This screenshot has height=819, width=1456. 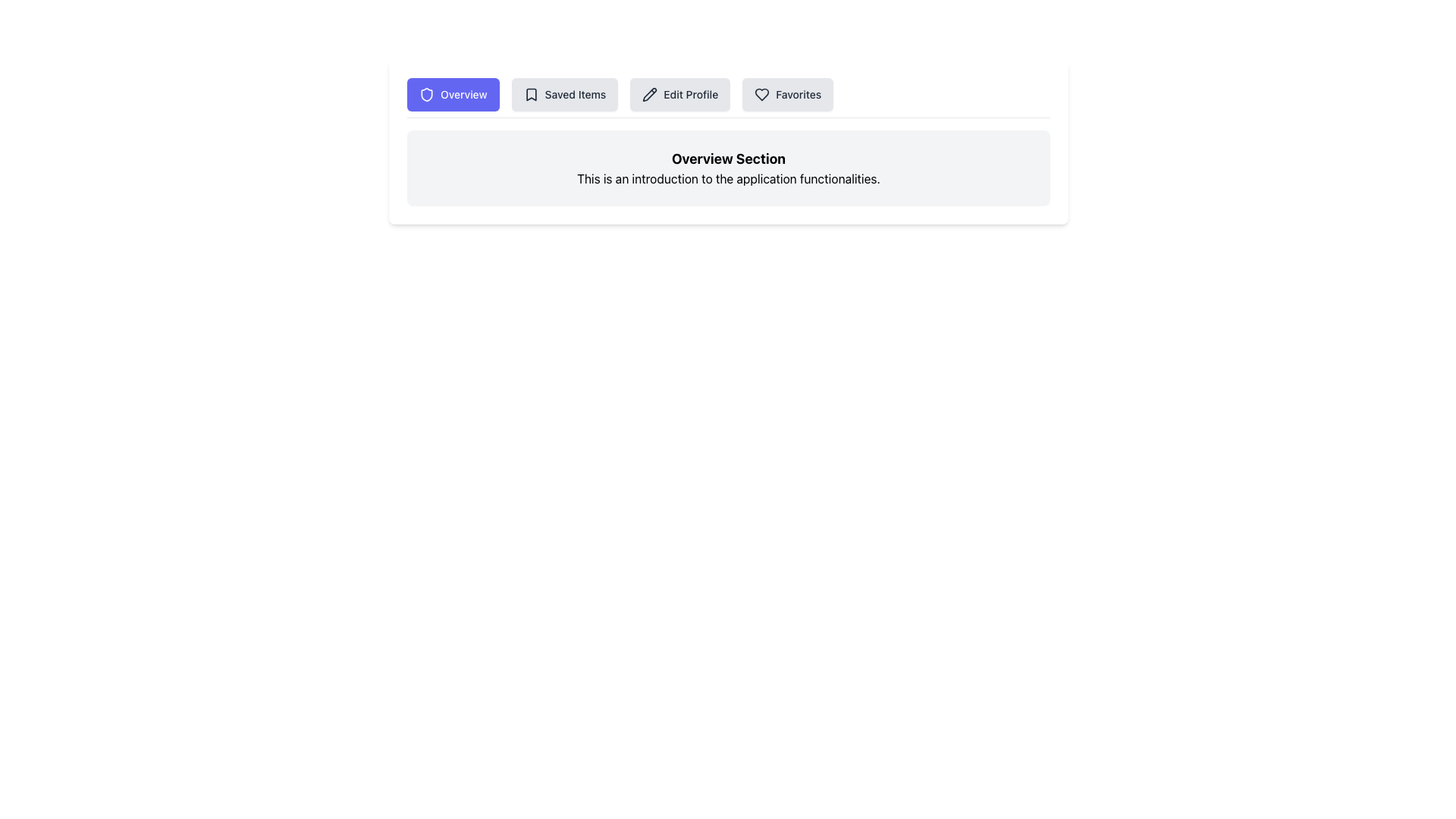 What do you see at coordinates (788, 94) in the screenshot?
I see `the 'Favorites' button in the navigation bar` at bounding box center [788, 94].